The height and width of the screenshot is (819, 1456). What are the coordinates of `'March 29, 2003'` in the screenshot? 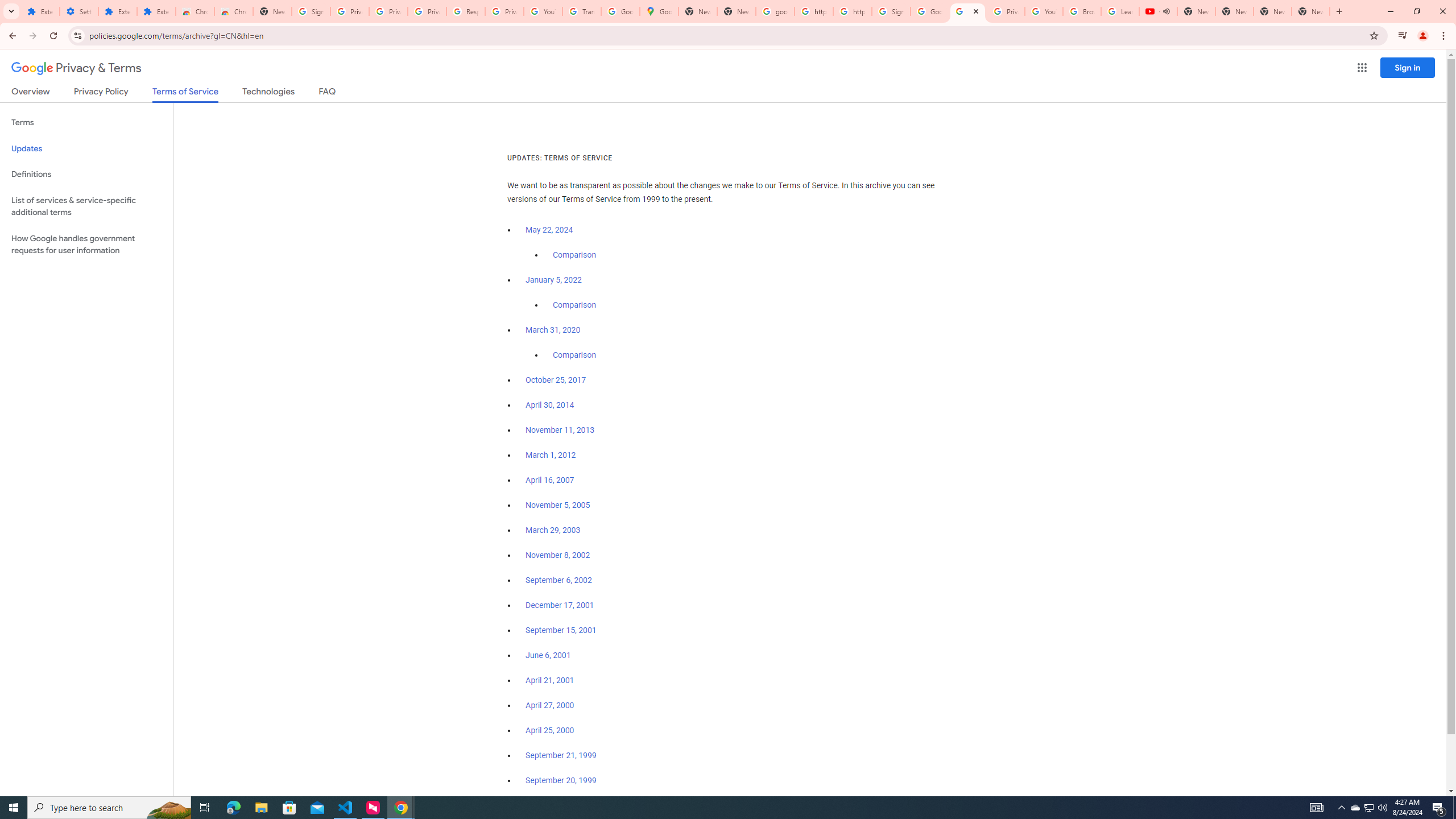 It's located at (552, 530).